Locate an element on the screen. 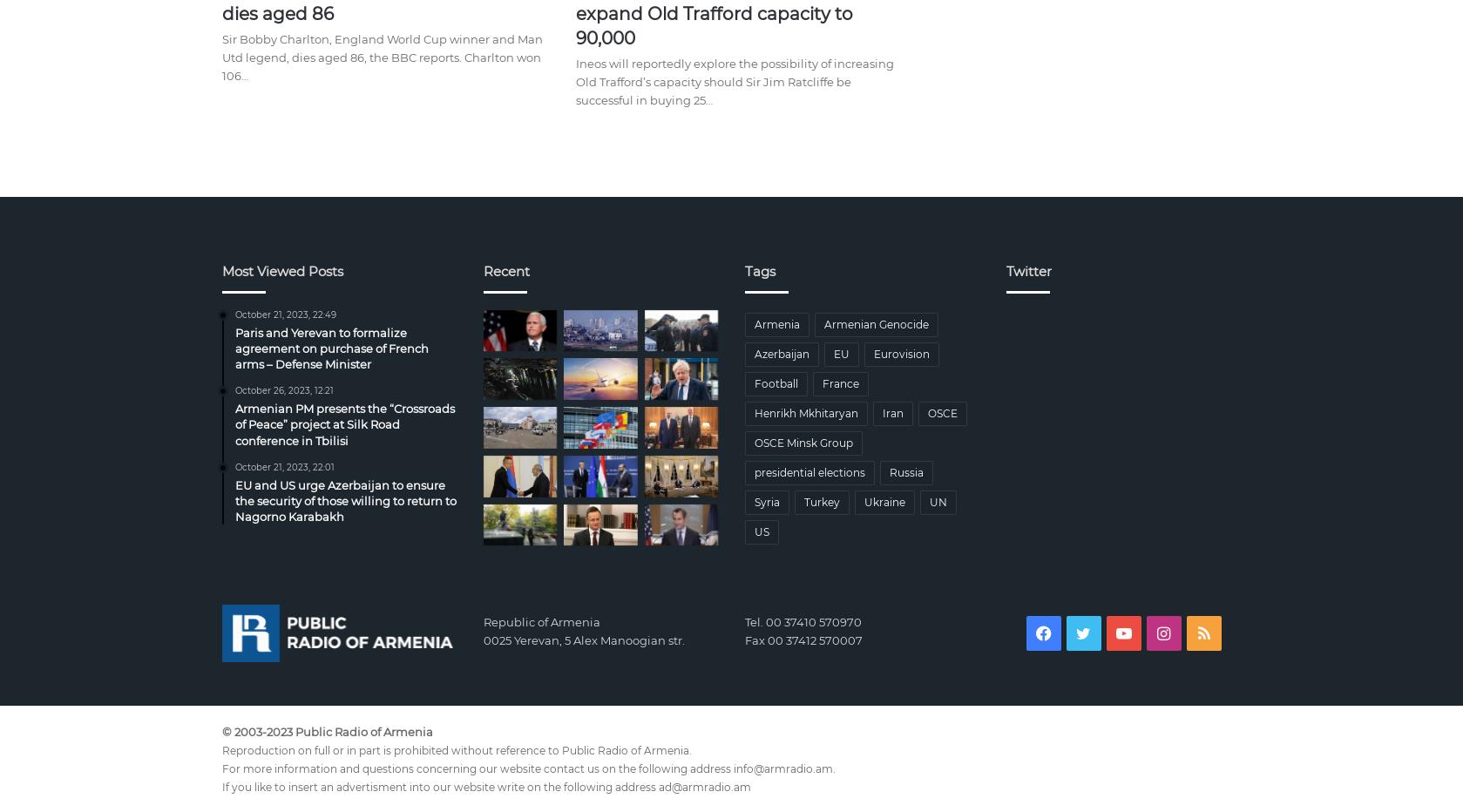 Image resolution: width=1463 pixels, height=812 pixels. 'Armenia' is located at coordinates (753, 322).